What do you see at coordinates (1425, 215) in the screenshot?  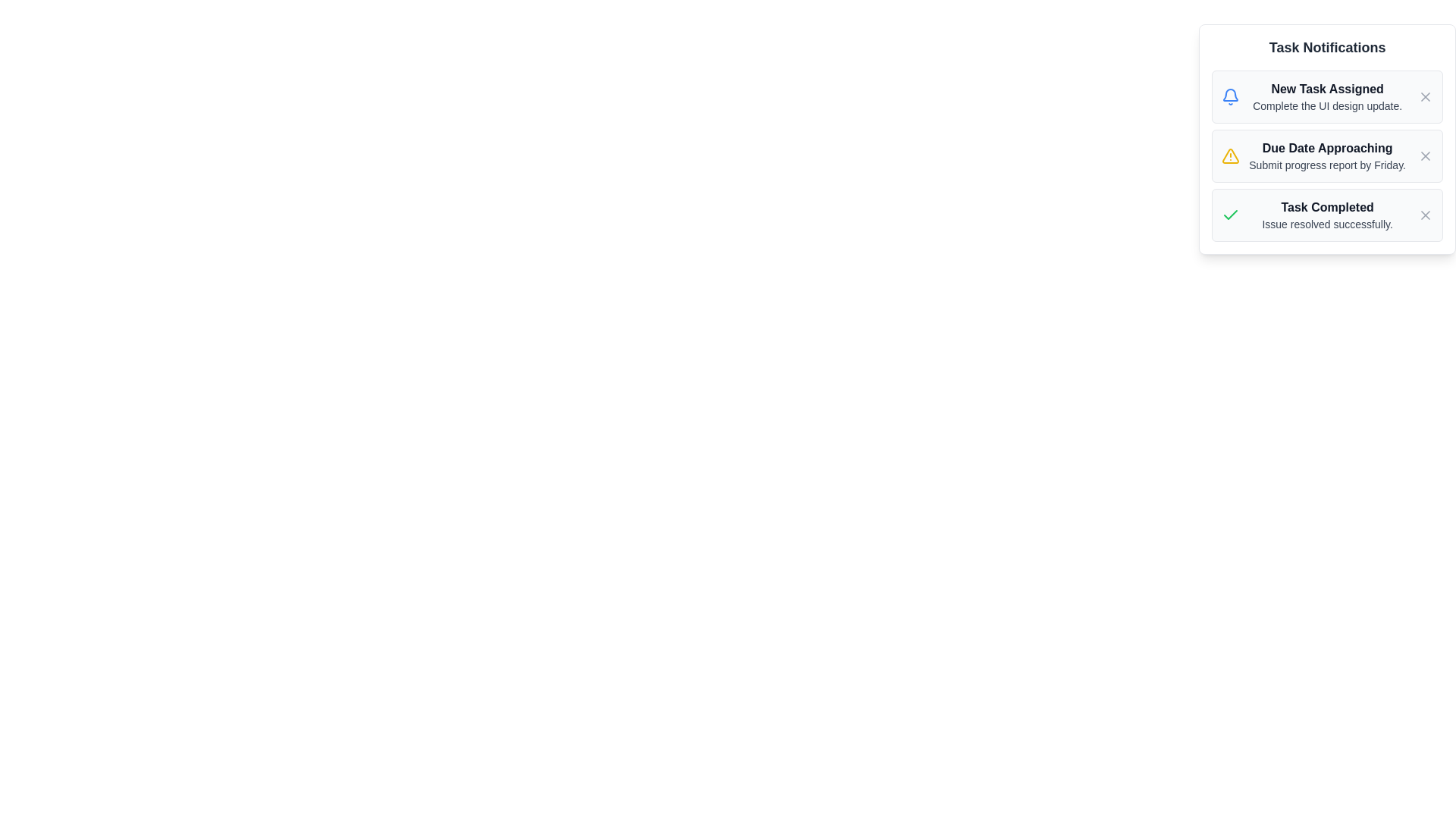 I see `the gray 'X' icon button in the top-right corner of the notification labeled 'Task Completed'` at bounding box center [1425, 215].